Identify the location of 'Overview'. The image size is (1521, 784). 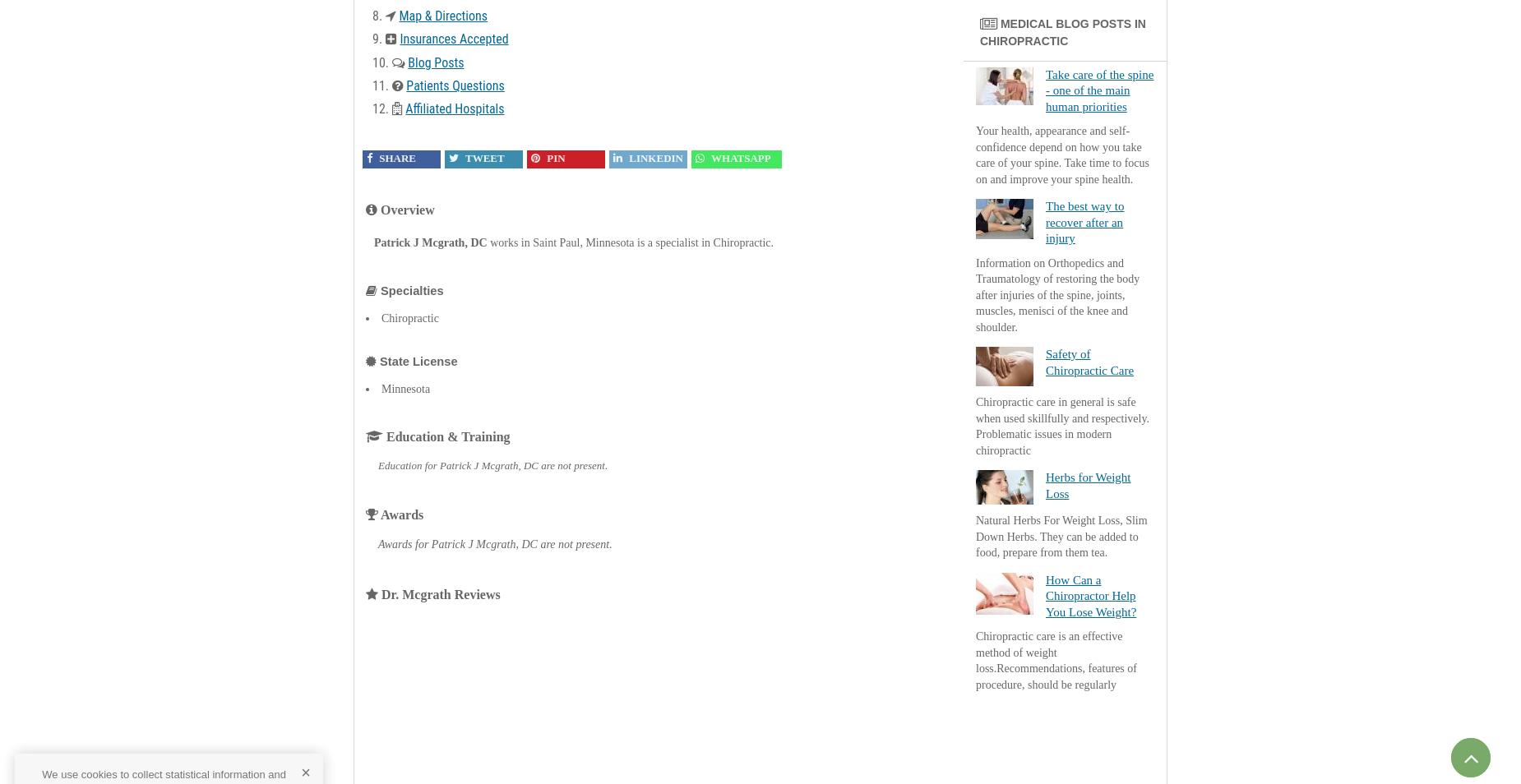
(405, 210).